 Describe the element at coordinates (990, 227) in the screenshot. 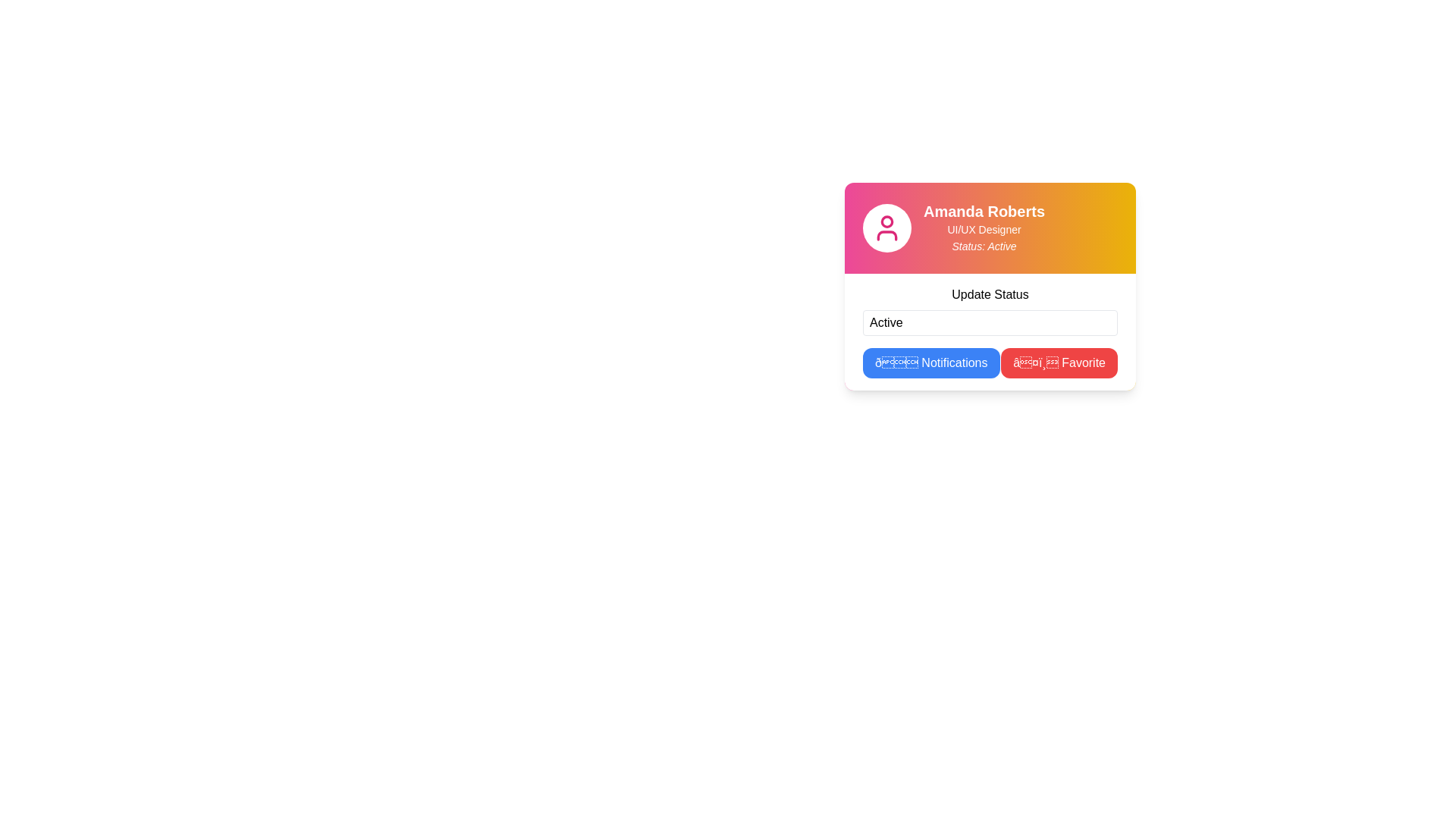

I see `the Profile header section that displays user information including name, role, and status, located at the top of the interface, above the 'Update Status' section` at that location.